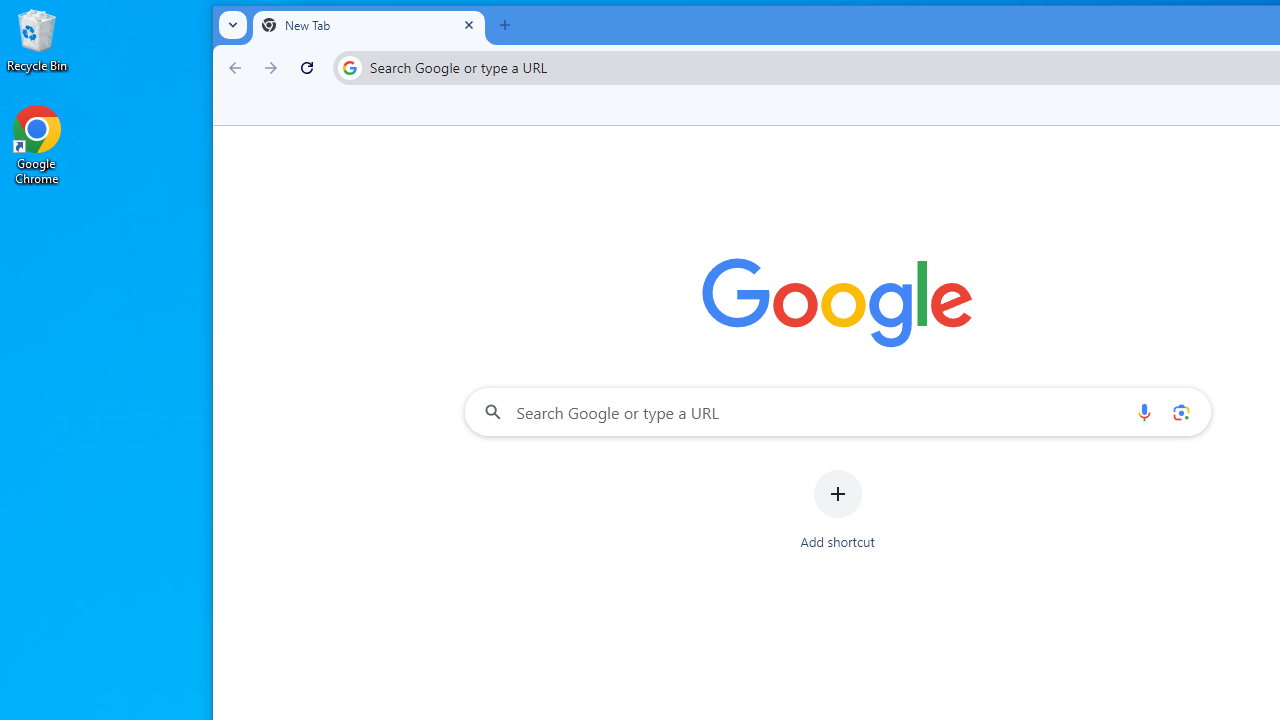 The image size is (1280, 720). I want to click on 'Recycle Bin', so click(37, 39).